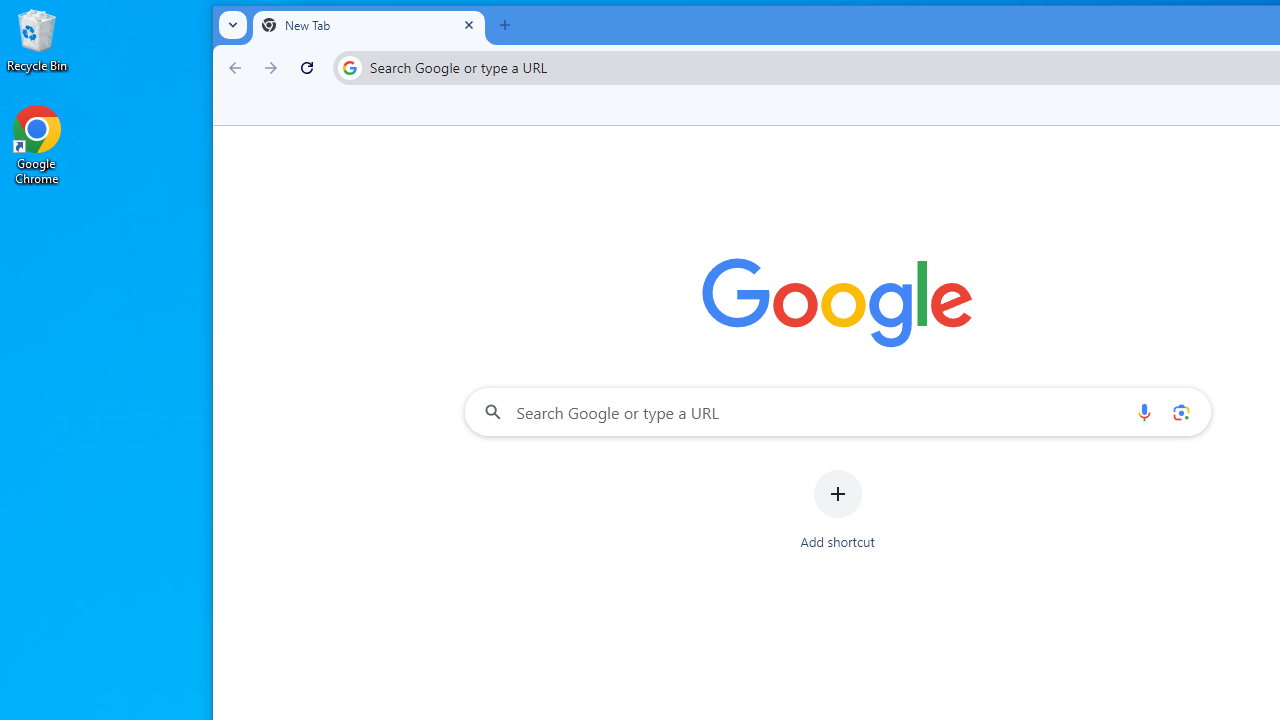 The image size is (1280, 720). I want to click on 'Recycle Bin', so click(37, 39).